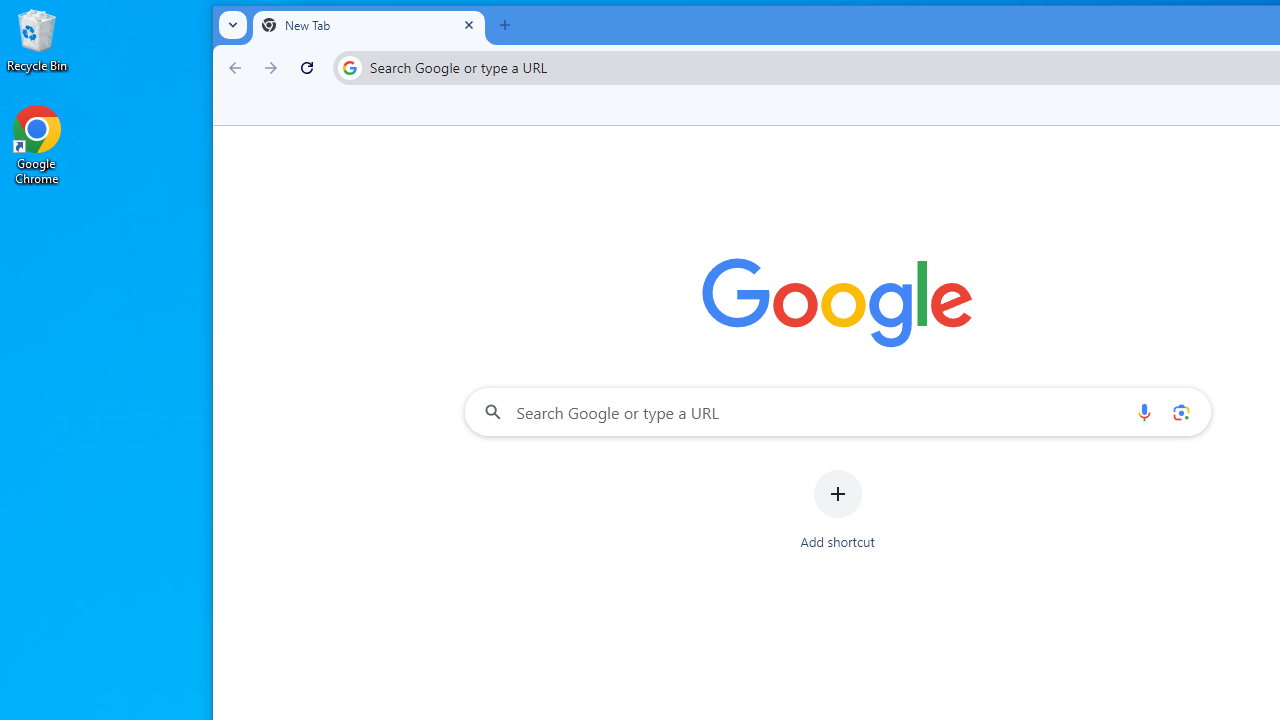 The image size is (1280, 720). I want to click on 'Recycle Bin', so click(37, 39).